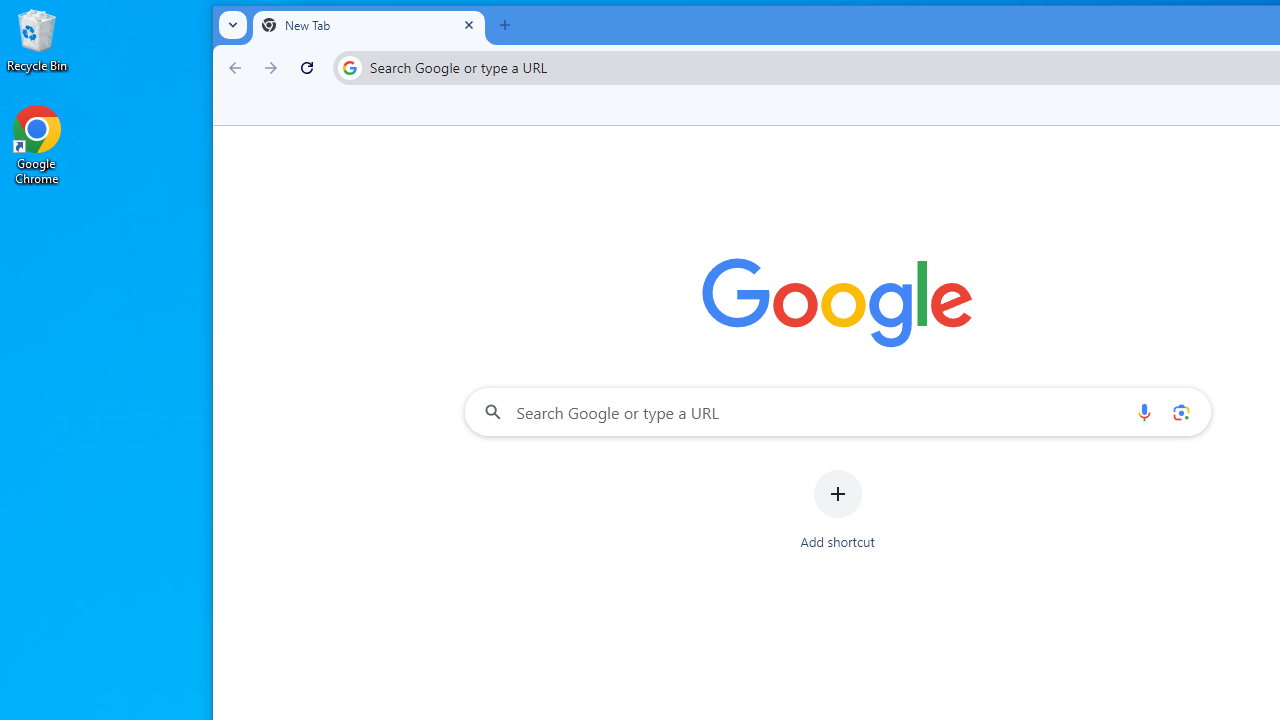 The image size is (1280, 720). I want to click on 'Recycle Bin', so click(37, 39).